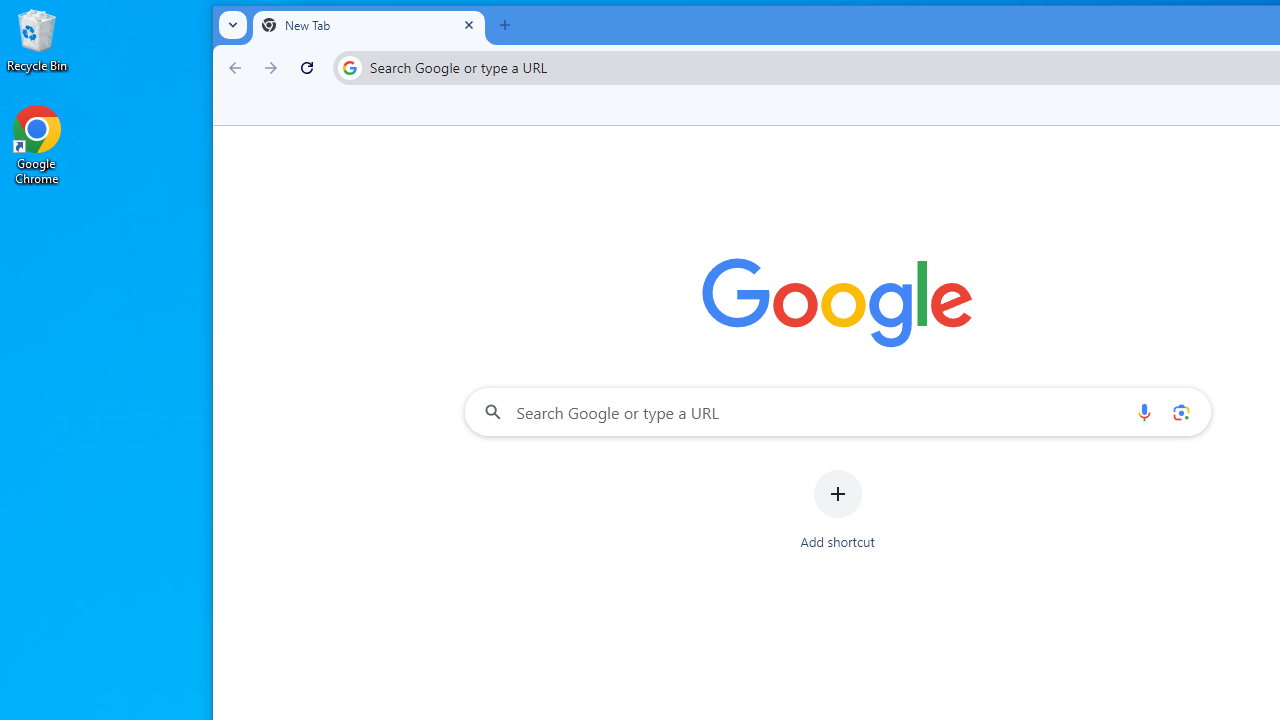 The image size is (1280, 720). I want to click on 'Recycle Bin', so click(37, 39).